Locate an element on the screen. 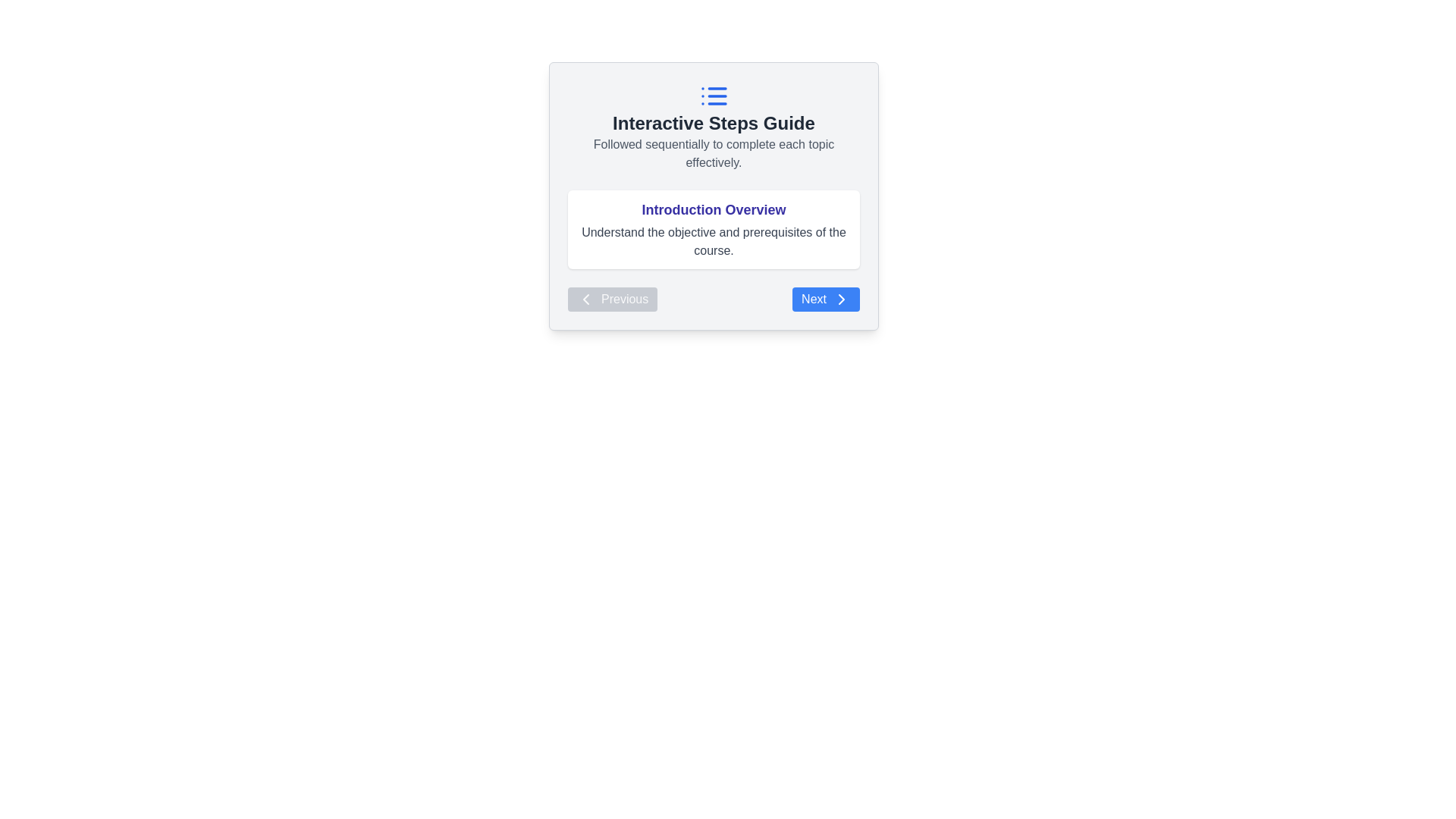 The height and width of the screenshot is (819, 1456). the text label displaying 'Followed sequentially to complete each topic effectively.' which is positioned directly below the title 'Interactive Steps Guide' is located at coordinates (713, 154).